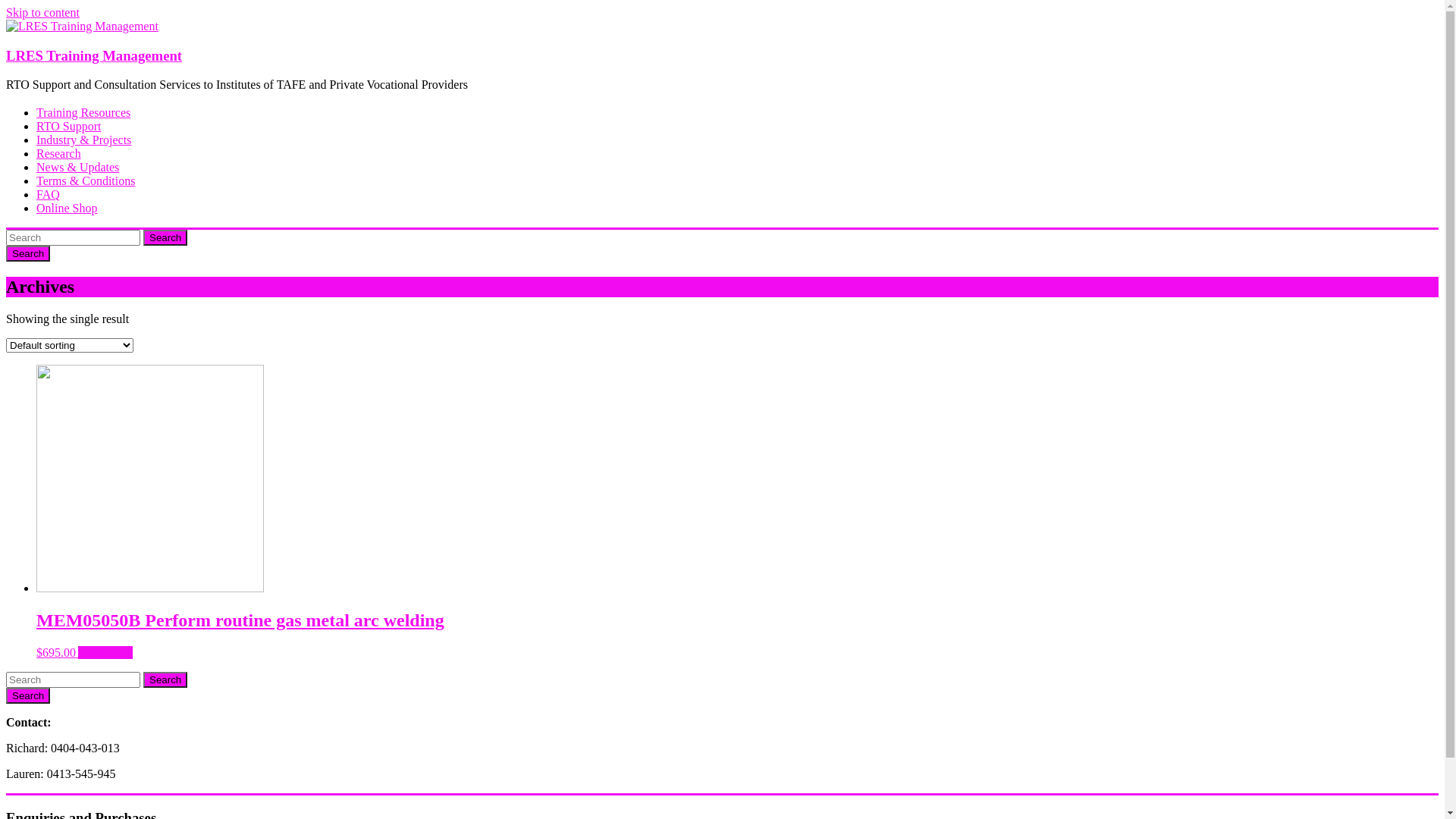  Describe the element at coordinates (36, 208) in the screenshot. I see `'Online Shop'` at that location.